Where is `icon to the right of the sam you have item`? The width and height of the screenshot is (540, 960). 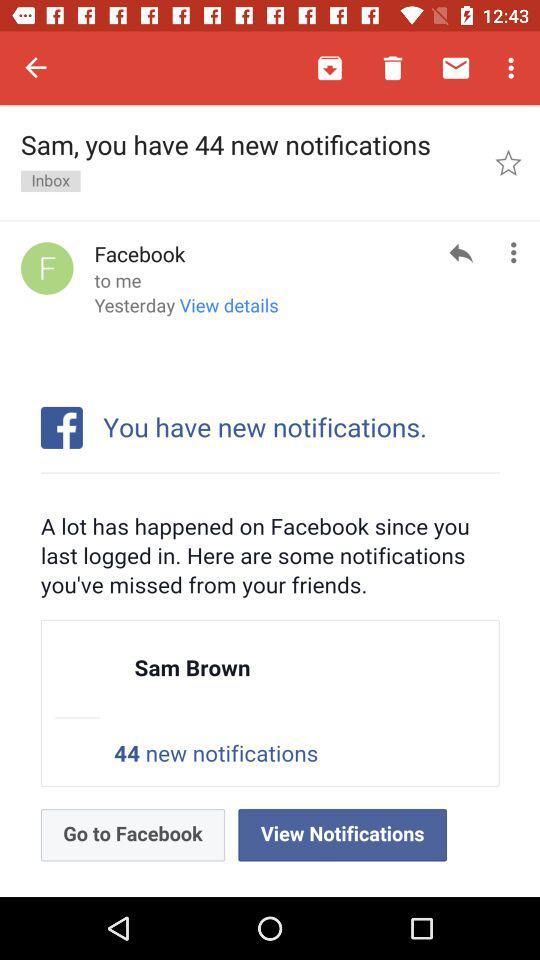
icon to the right of the sam you have item is located at coordinates (508, 161).